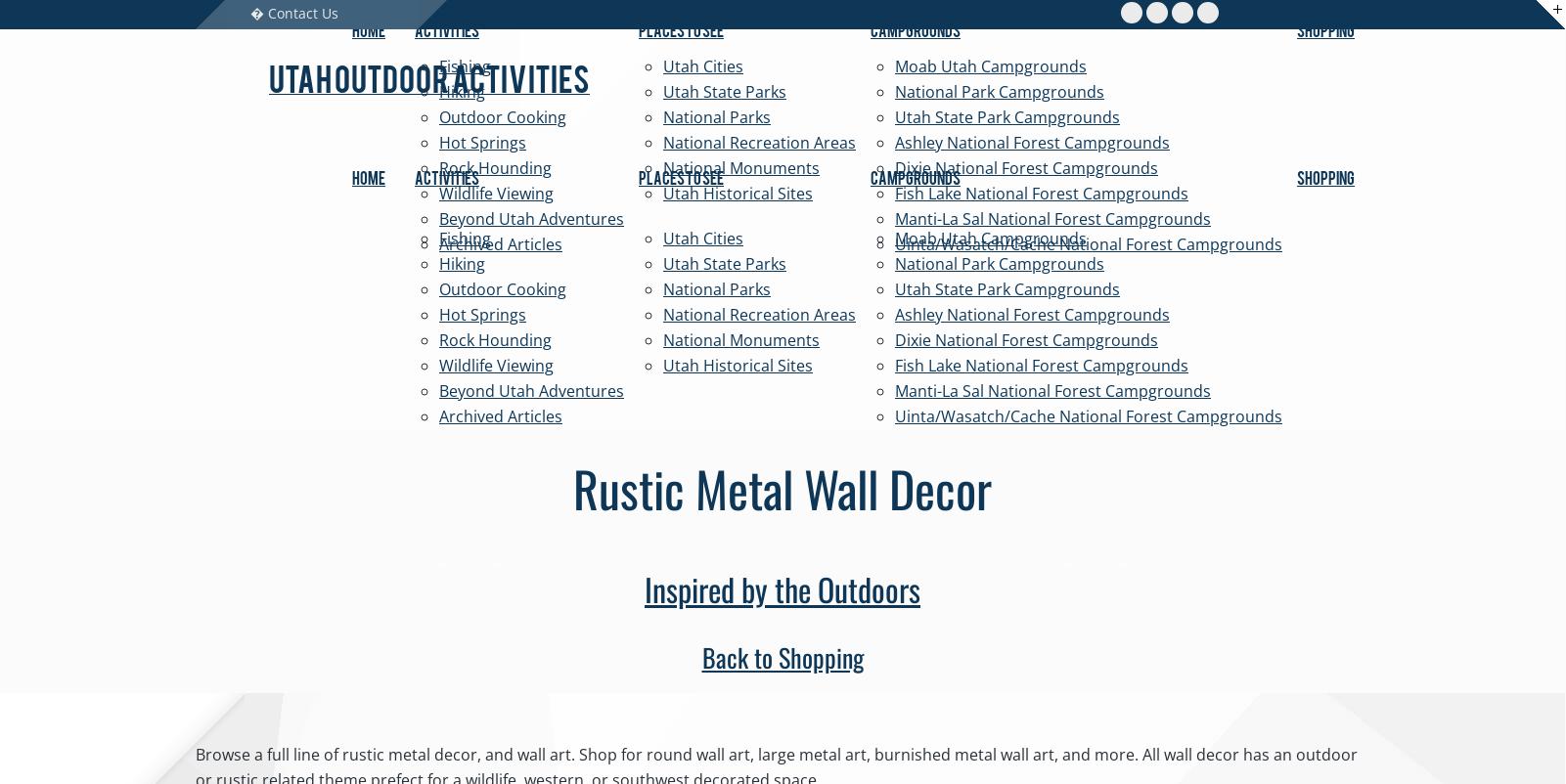 This screenshot has width=1566, height=784. Describe the element at coordinates (782, 588) in the screenshot. I see `'Inspired by the Outdoors'` at that location.